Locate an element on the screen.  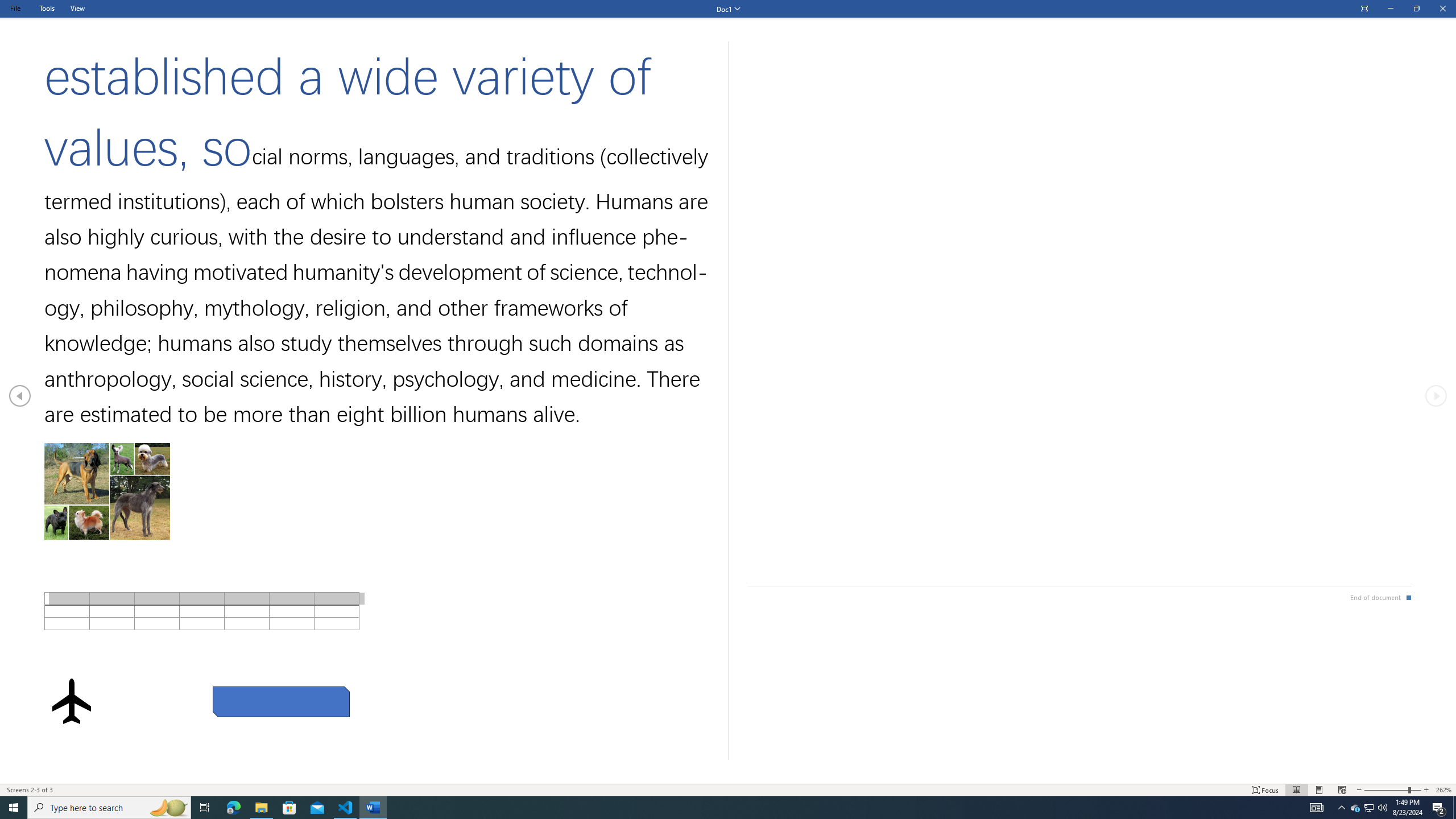
'Morphological variation in six dogs' is located at coordinates (106, 491).